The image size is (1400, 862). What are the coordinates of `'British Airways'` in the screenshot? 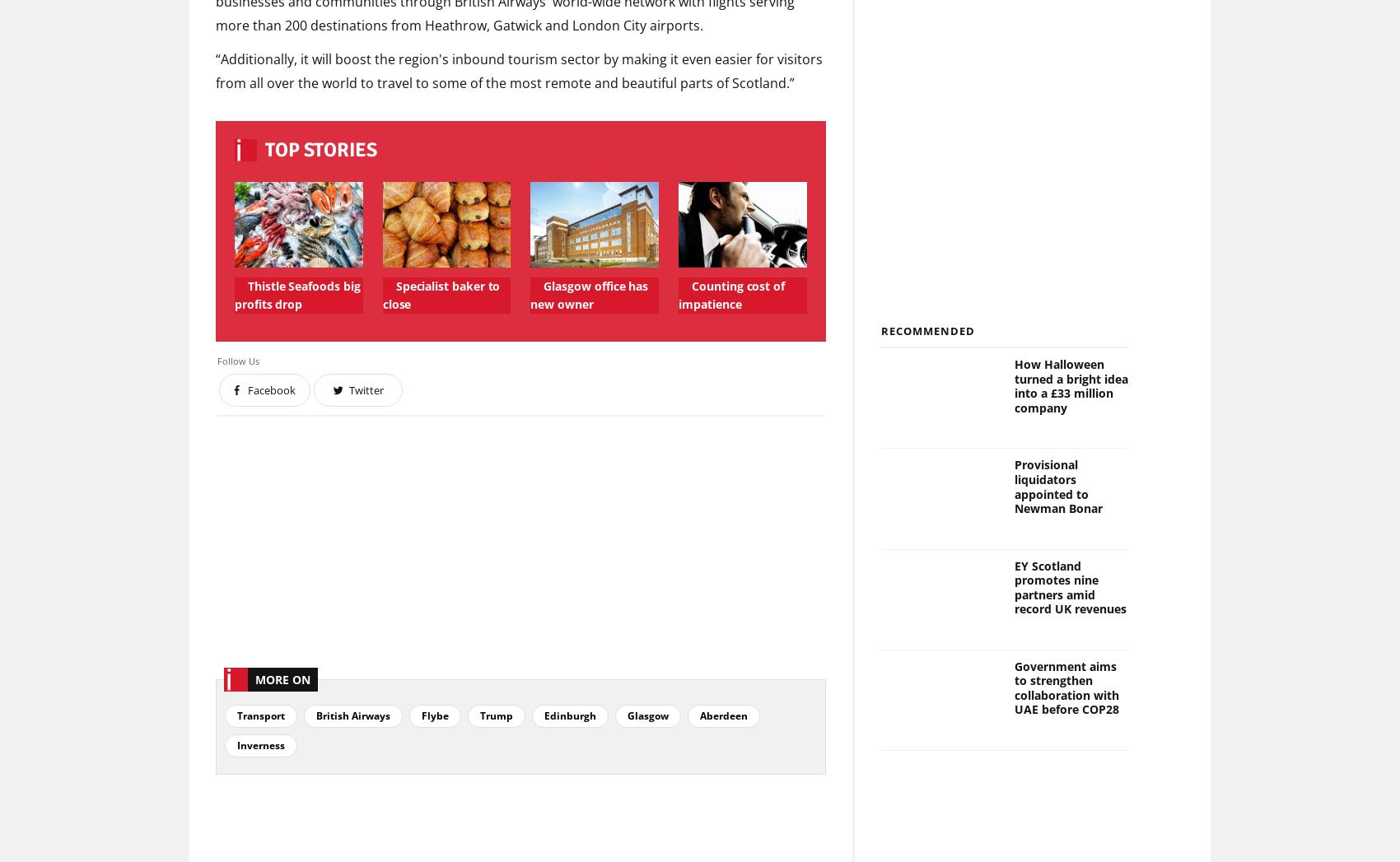 It's located at (353, 715).